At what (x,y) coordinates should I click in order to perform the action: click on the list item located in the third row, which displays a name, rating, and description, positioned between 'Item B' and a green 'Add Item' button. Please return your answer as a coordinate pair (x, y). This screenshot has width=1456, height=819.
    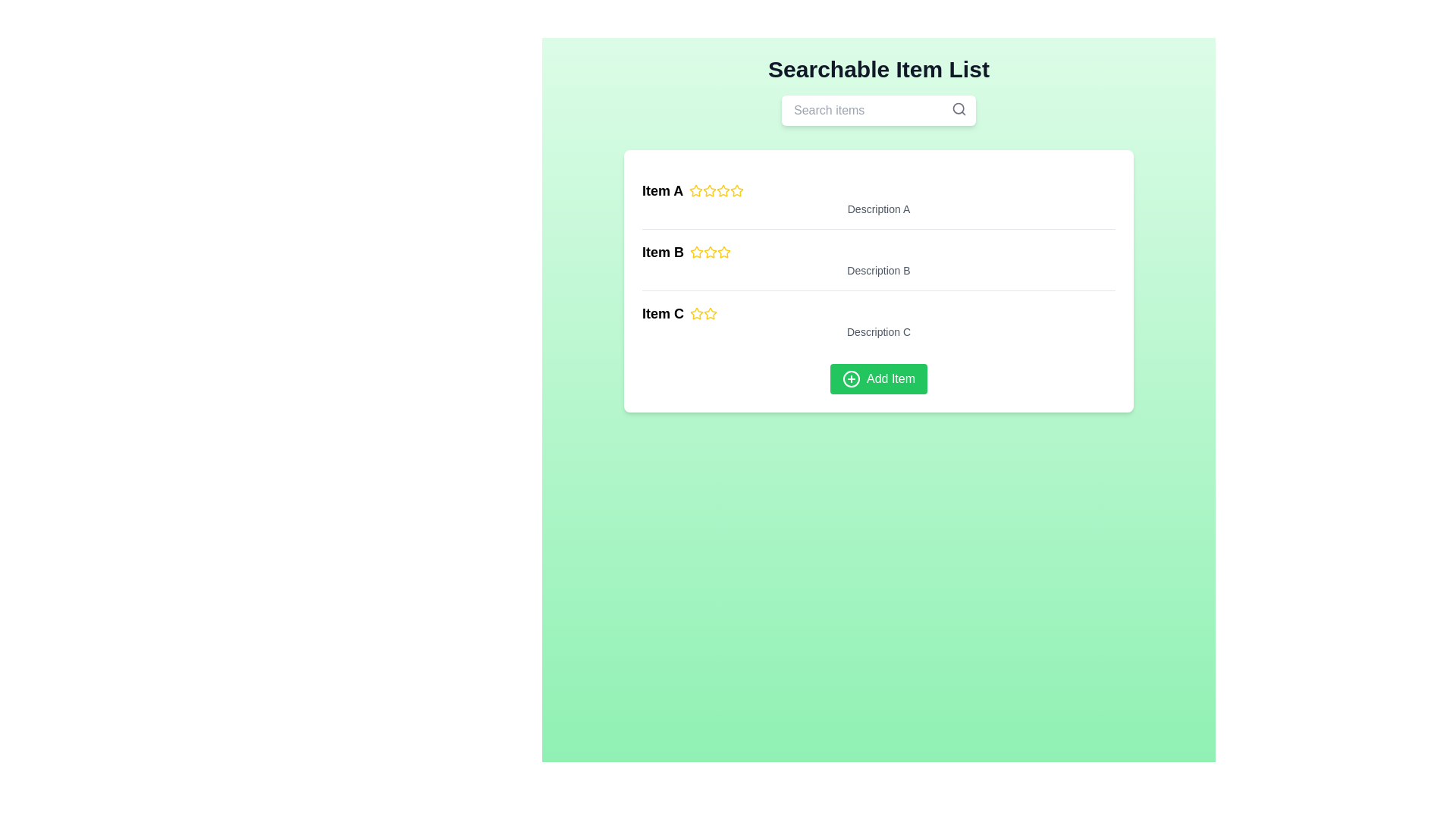
    Looking at the image, I should click on (878, 320).